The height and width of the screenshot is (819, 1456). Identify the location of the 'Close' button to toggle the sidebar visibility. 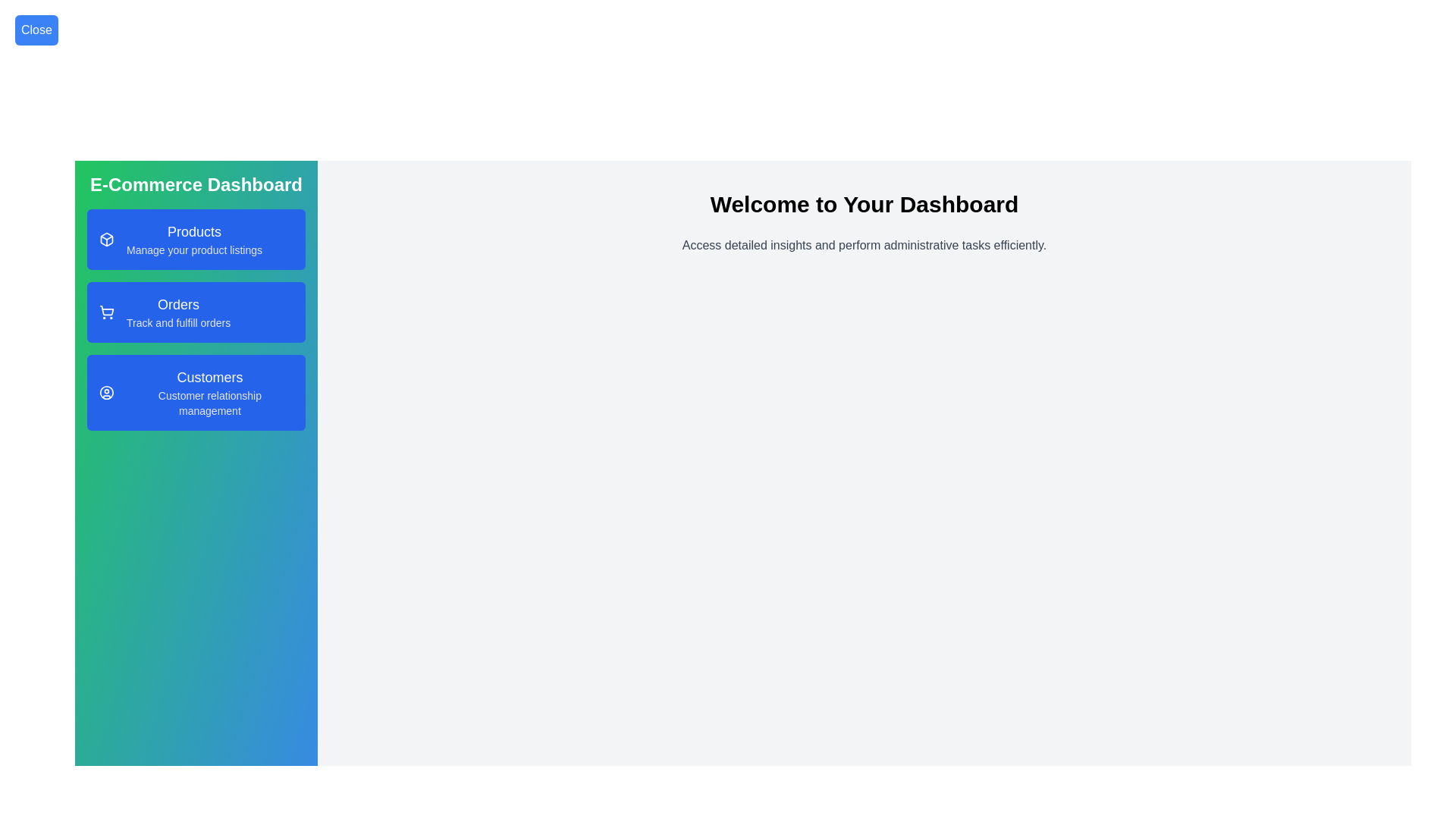
(36, 30).